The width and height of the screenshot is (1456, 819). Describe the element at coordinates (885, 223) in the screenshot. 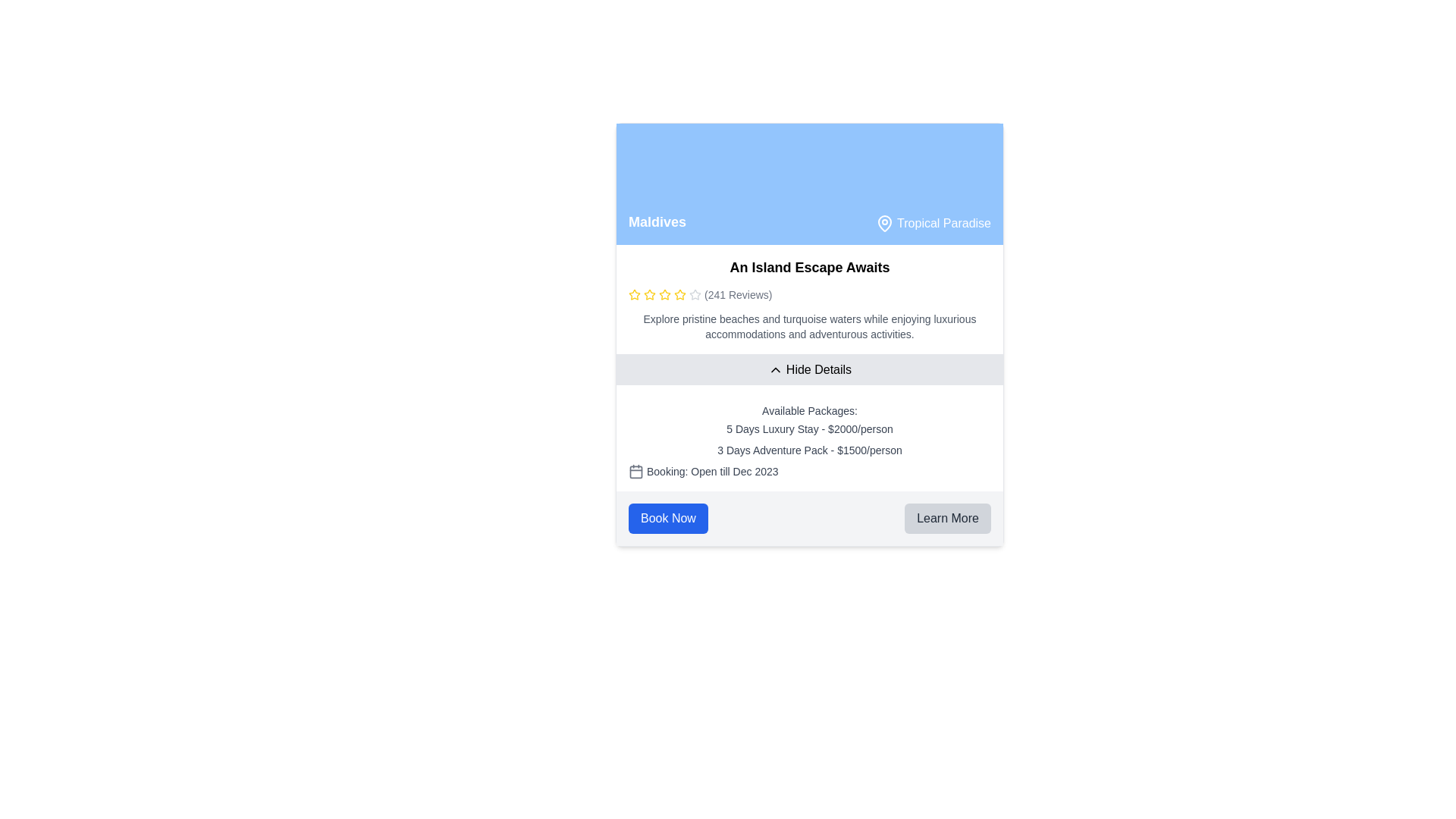

I see `the geographical location icon located at the top-right corner of the blue header section, preceding the 'Tropical Paradise' text` at that location.